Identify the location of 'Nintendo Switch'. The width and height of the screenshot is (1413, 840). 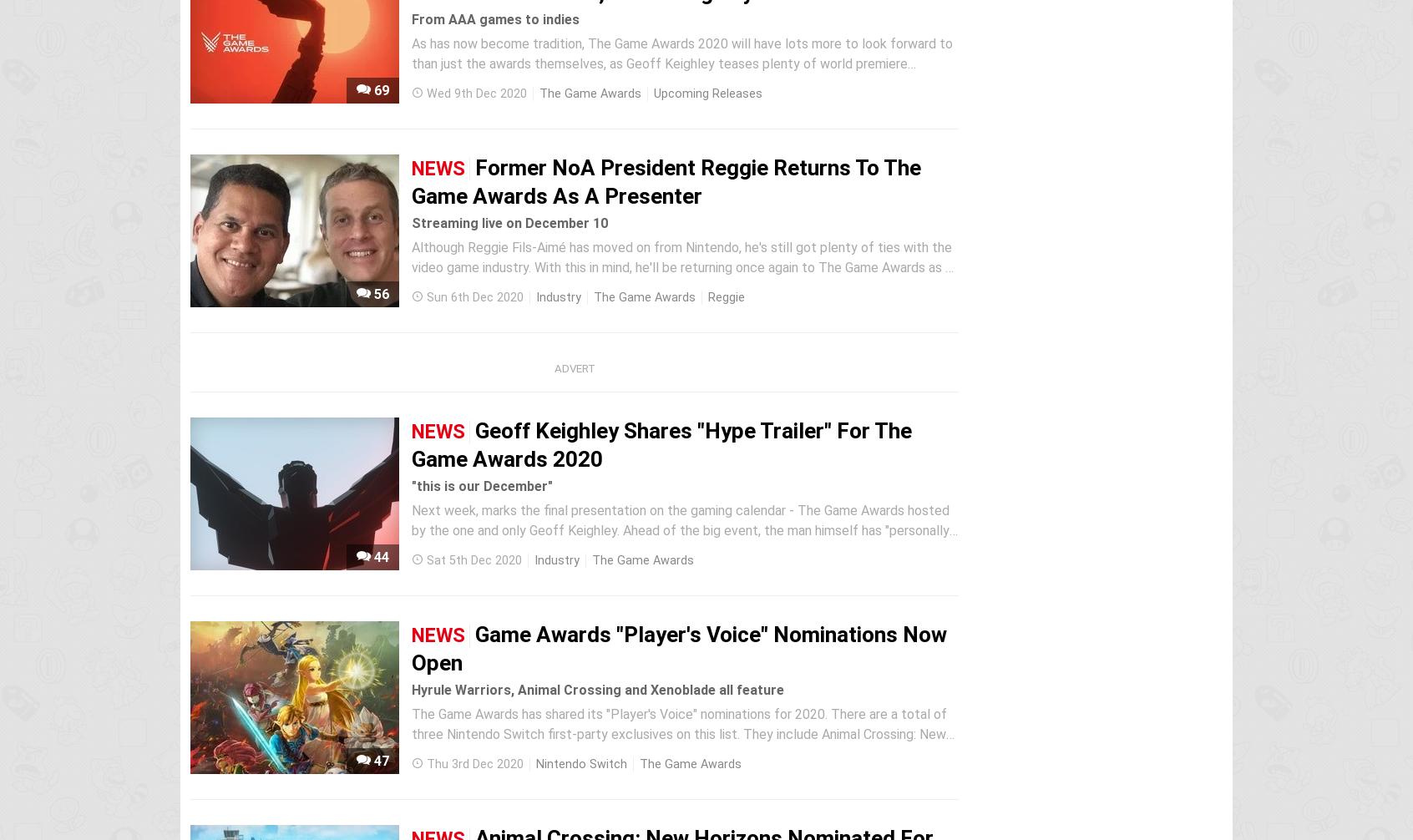
(581, 763).